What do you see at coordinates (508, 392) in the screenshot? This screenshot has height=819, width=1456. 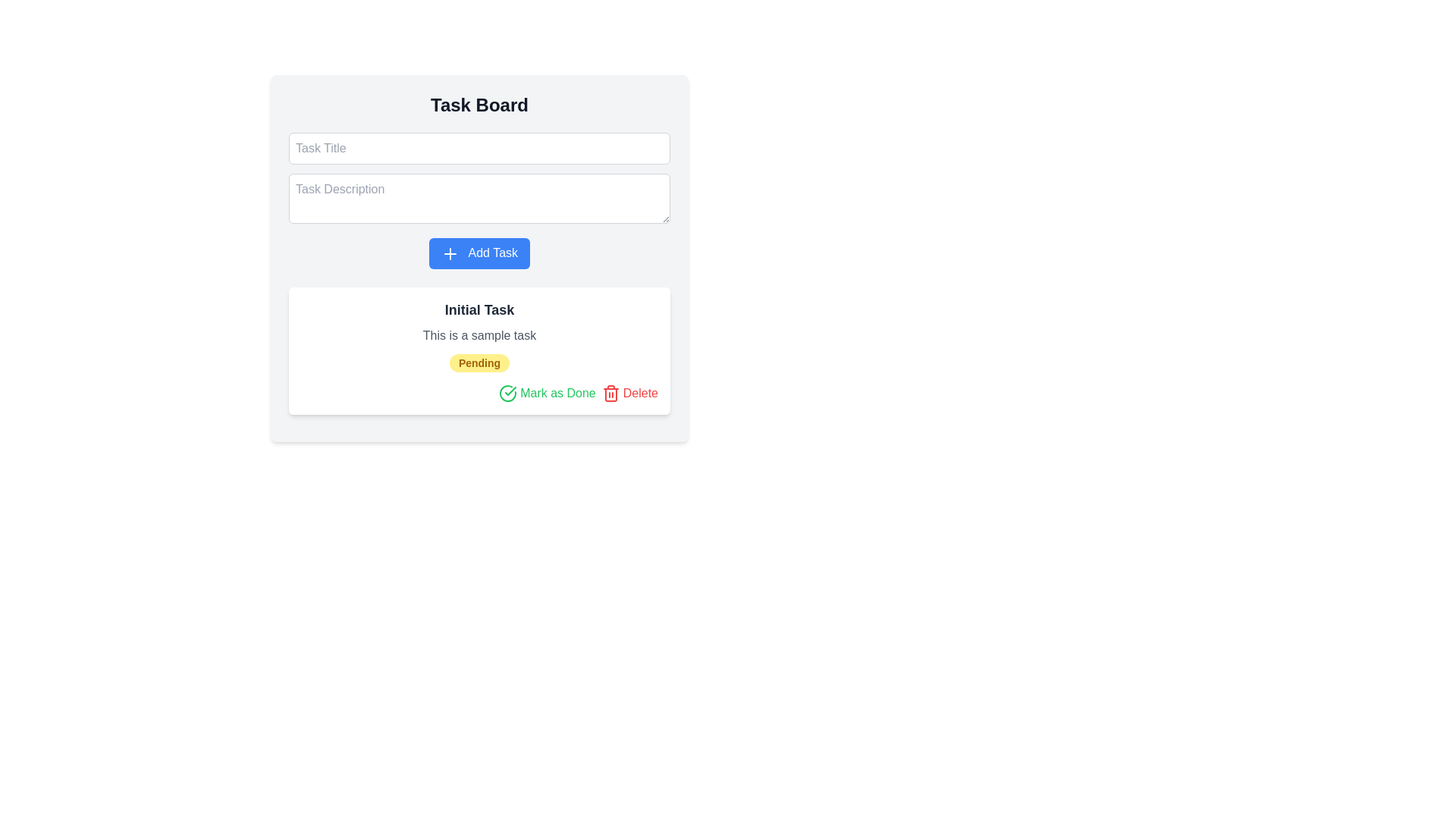 I see `the icon located to the left of the 'Mark as Done' label in the task action area of the task card under the 'Initial Task' heading to mark the task as done` at bounding box center [508, 392].